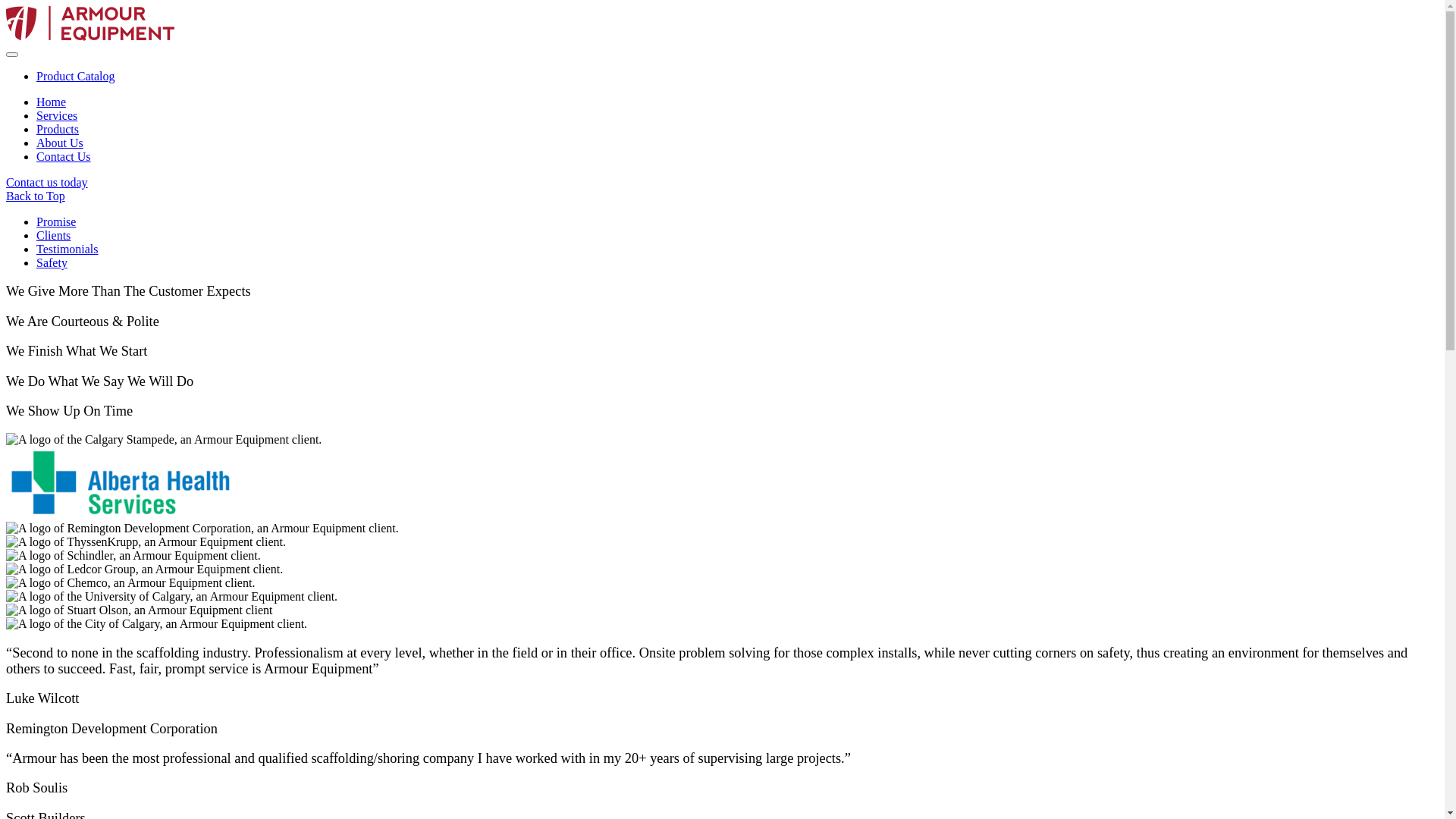  I want to click on 'Product Catalog', so click(75, 76).